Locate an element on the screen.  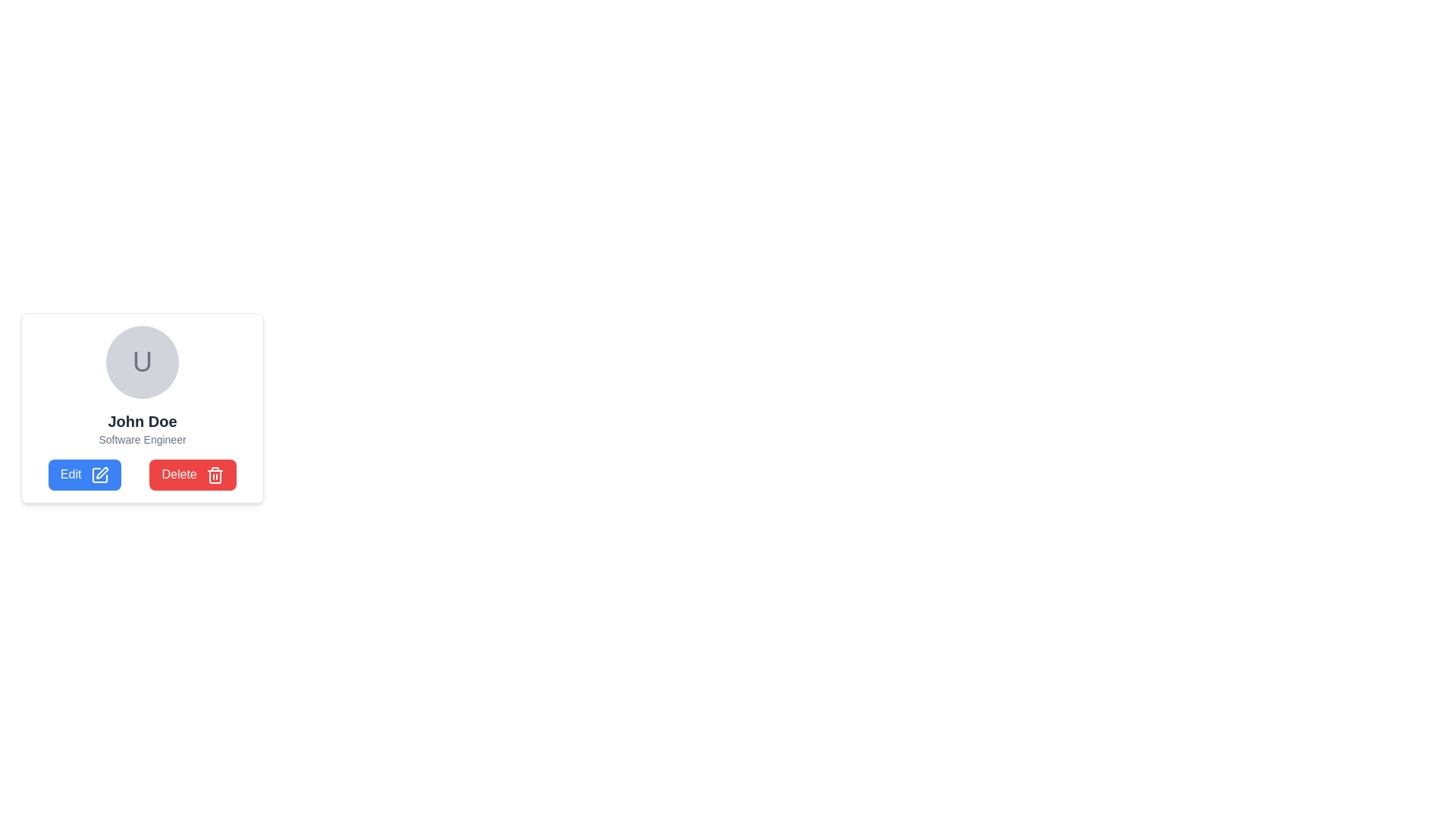
the red 'Delete' button in the horizontal option group located at the bottom of the card-like UI component below the text 'John Doe' and 'Software Engineer' is located at coordinates (142, 473).